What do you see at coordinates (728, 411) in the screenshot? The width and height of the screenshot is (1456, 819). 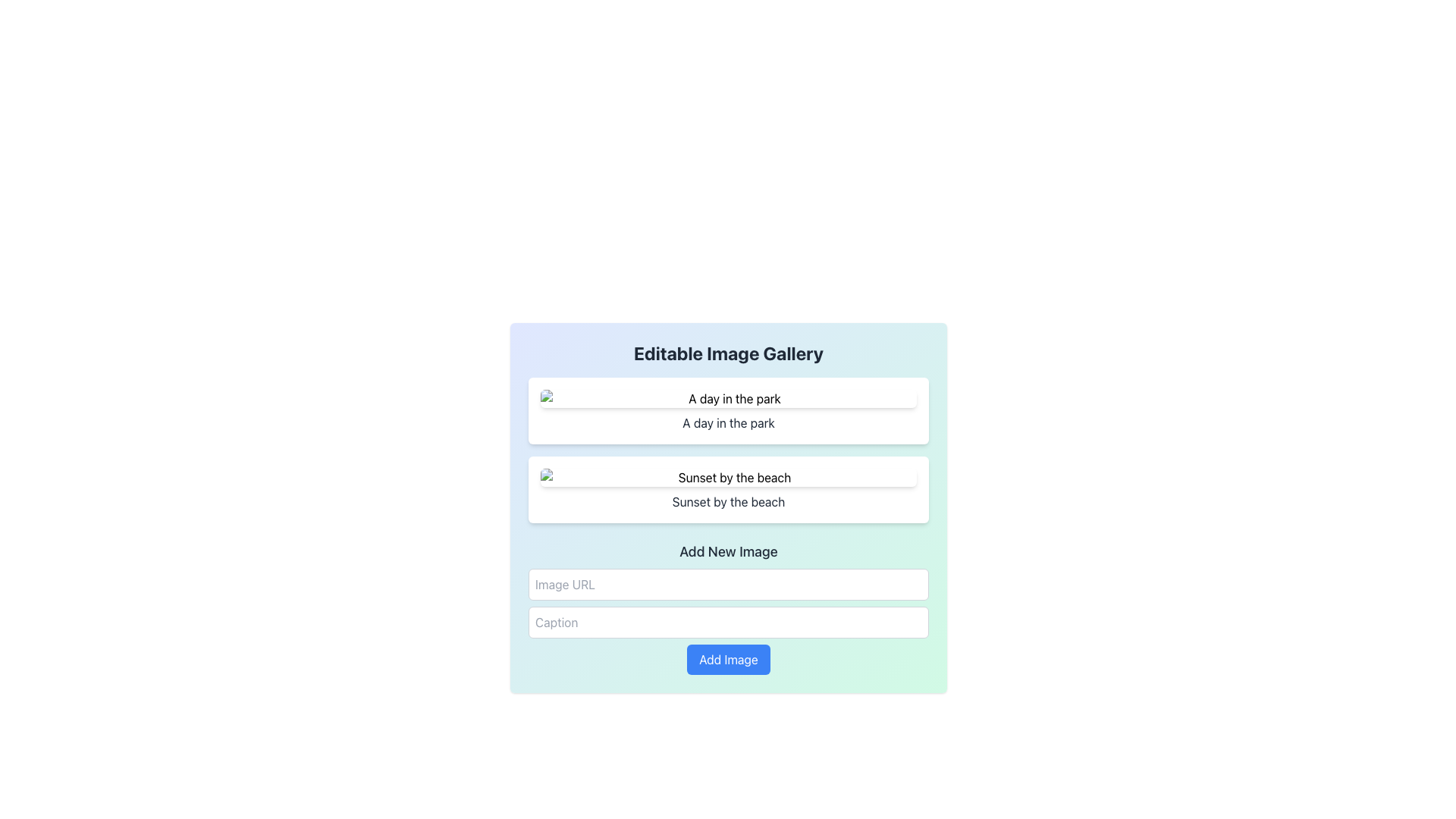 I see `the first image card in the gallery, which displays an entry with an associated image and descriptive text, located above the second card titled 'Sunset by the beach'` at bounding box center [728, 411].